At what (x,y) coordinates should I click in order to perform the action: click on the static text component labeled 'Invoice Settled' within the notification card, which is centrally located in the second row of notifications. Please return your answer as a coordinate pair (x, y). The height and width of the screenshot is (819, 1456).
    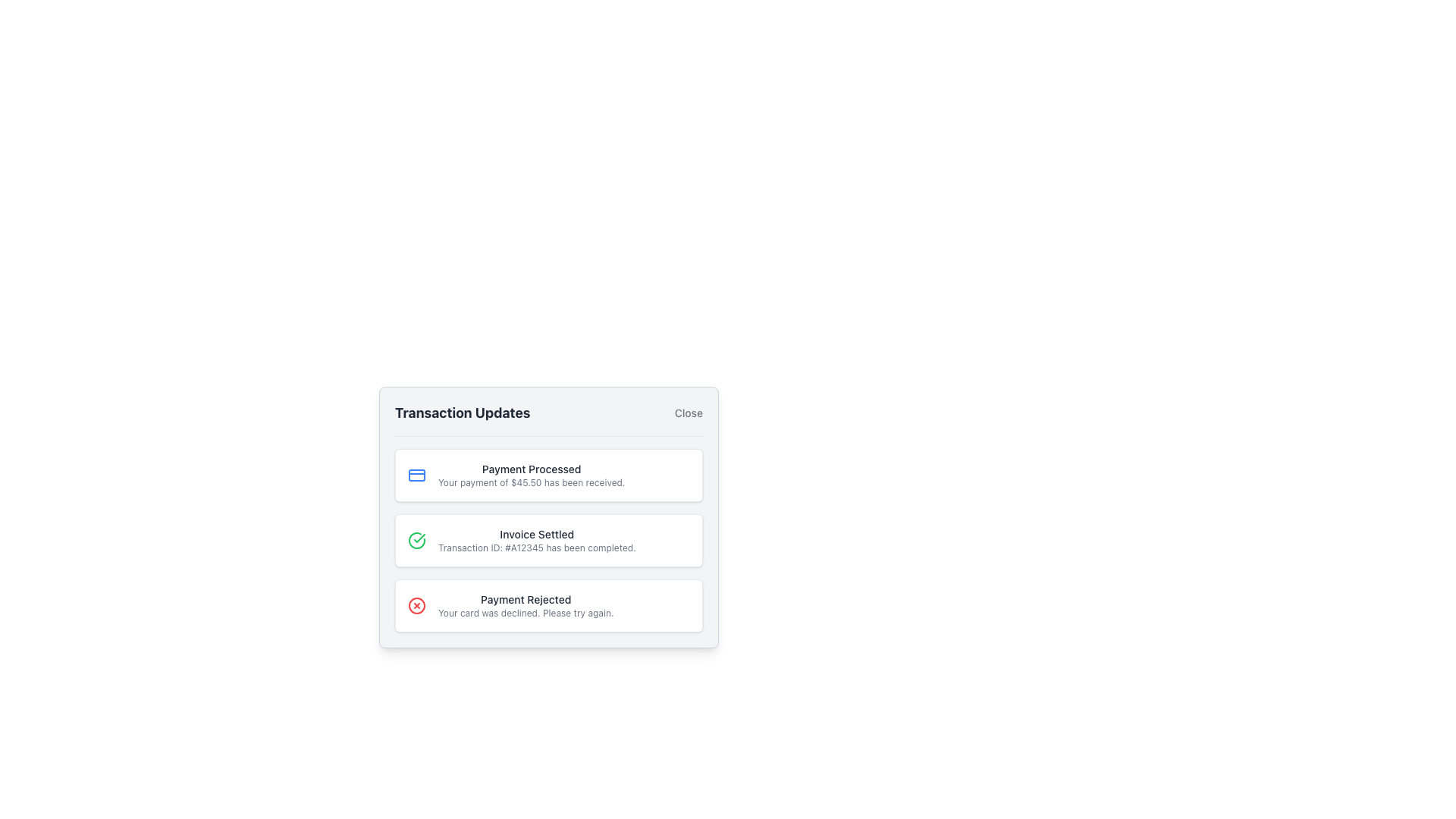
    Looking at the image, I should click on (537, 540).